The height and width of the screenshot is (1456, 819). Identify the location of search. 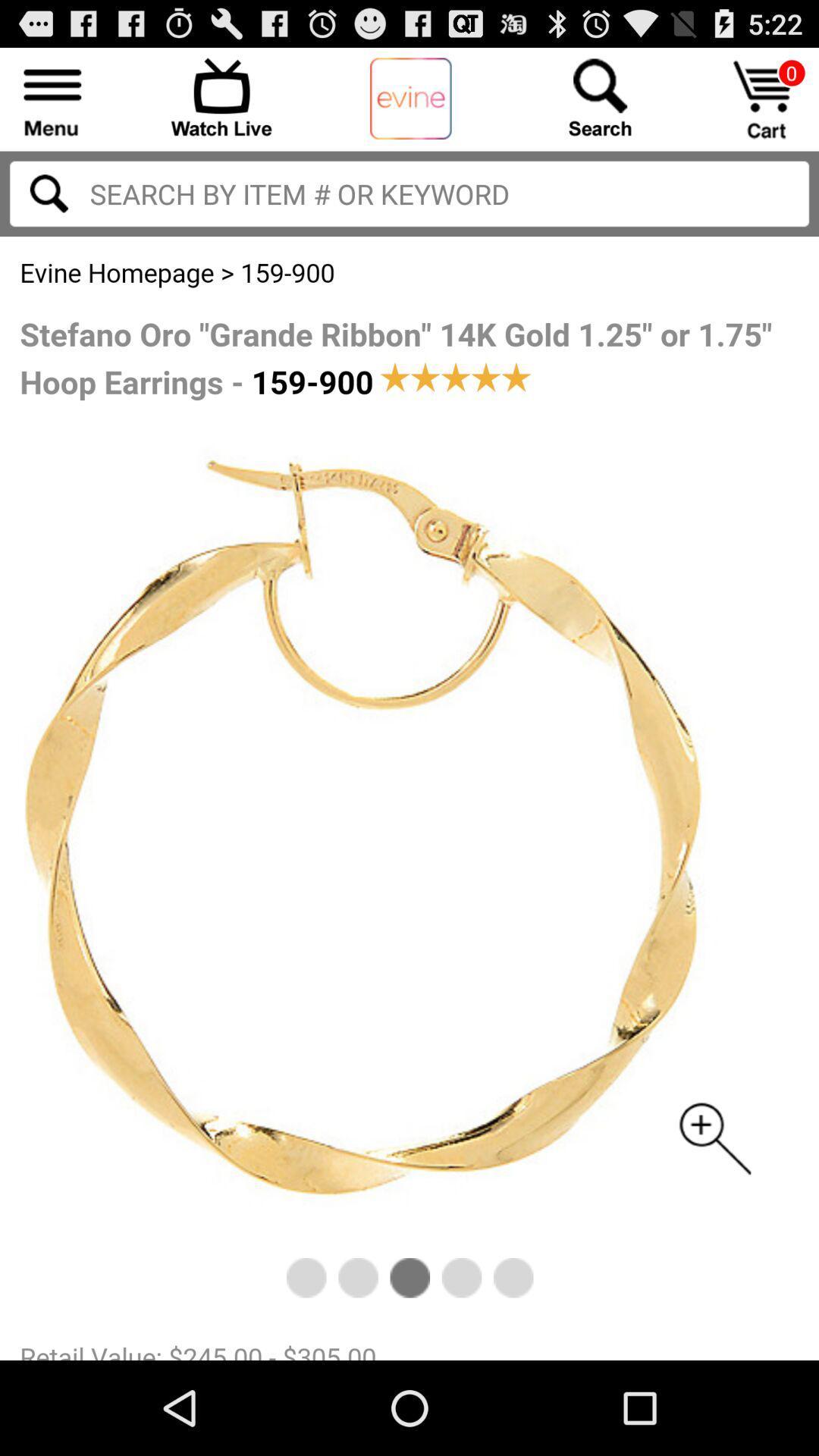
(599, 96).